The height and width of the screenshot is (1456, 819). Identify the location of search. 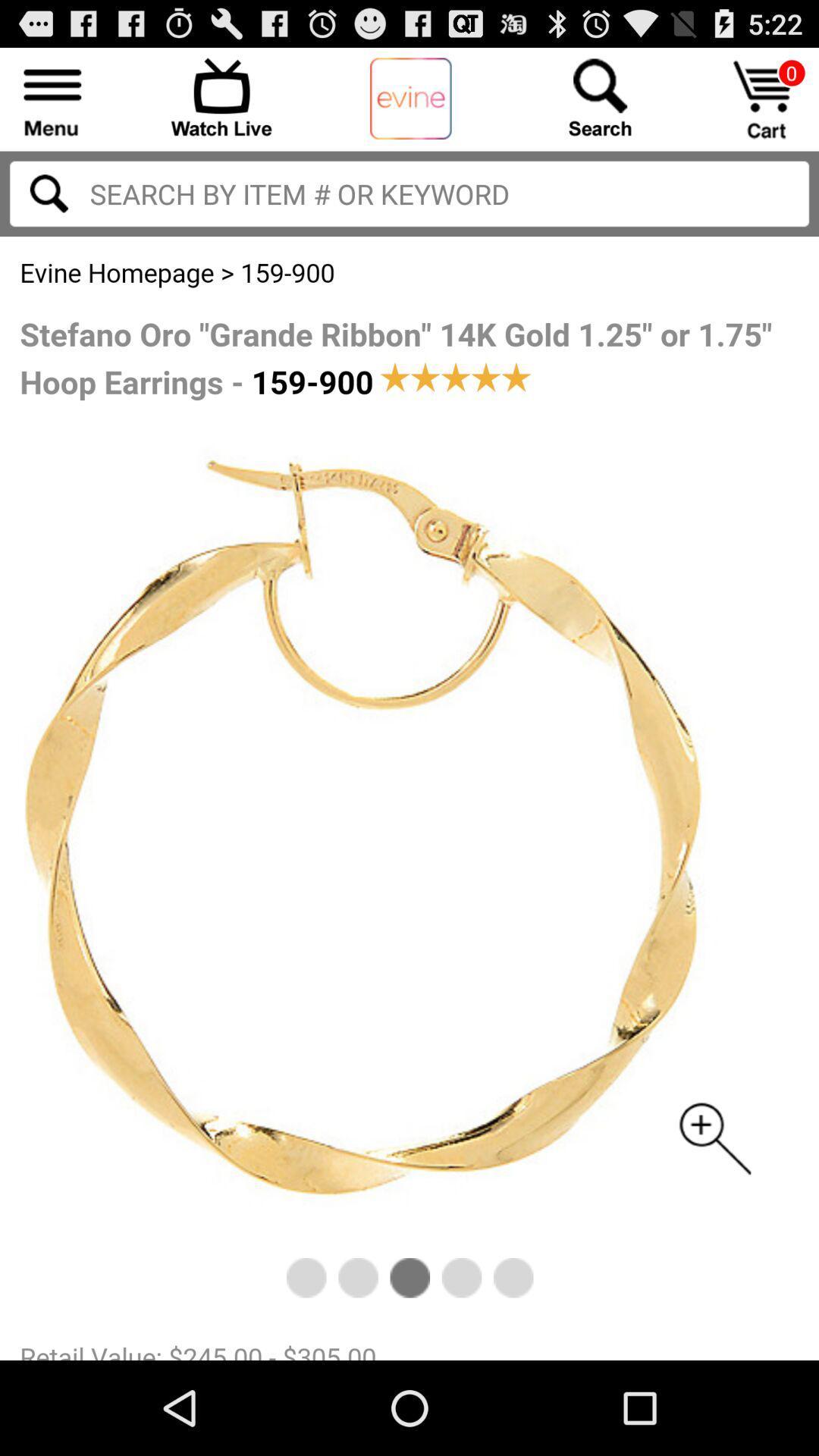
(599, 96).